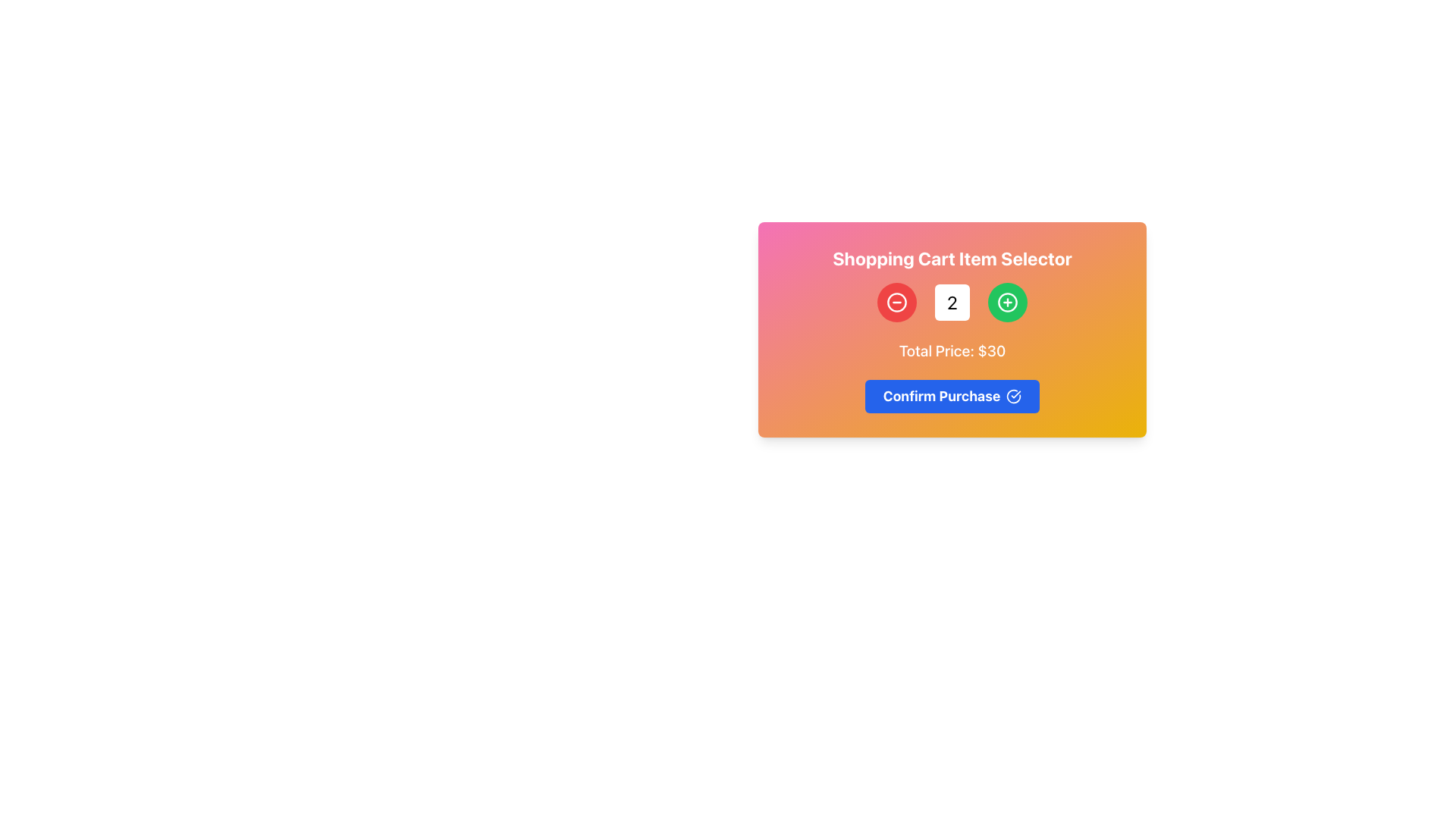 This screenshot has height=819, width=1456. Describe the element at coordinates (952, 257) in the screenshot. I see `the static text label at the top of the shopping cart item selection interface, which serves as the title for this section` at that location.